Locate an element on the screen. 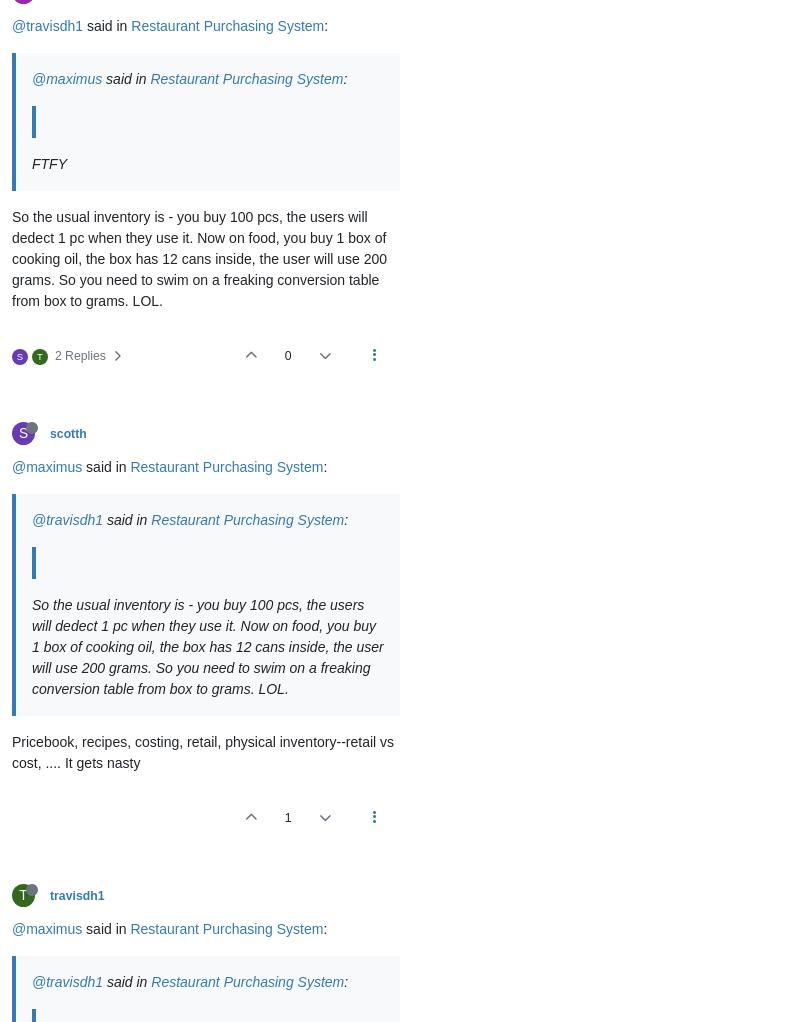 This screenshot has height=1022, width=812. 'FTFY' is located at coordinates (49, 163).